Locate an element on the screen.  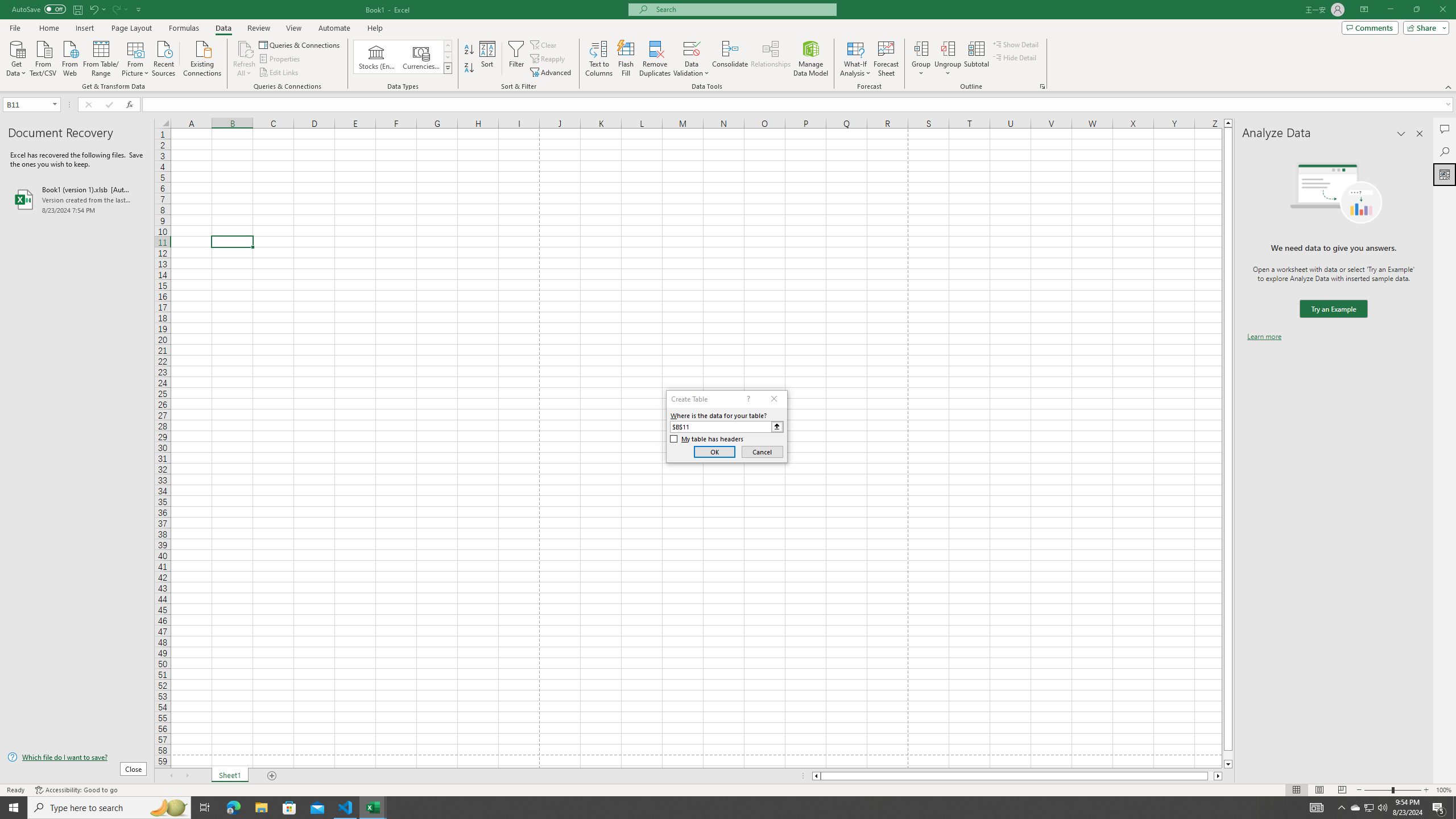
'Row Down' is located at coordinates (448, 56).